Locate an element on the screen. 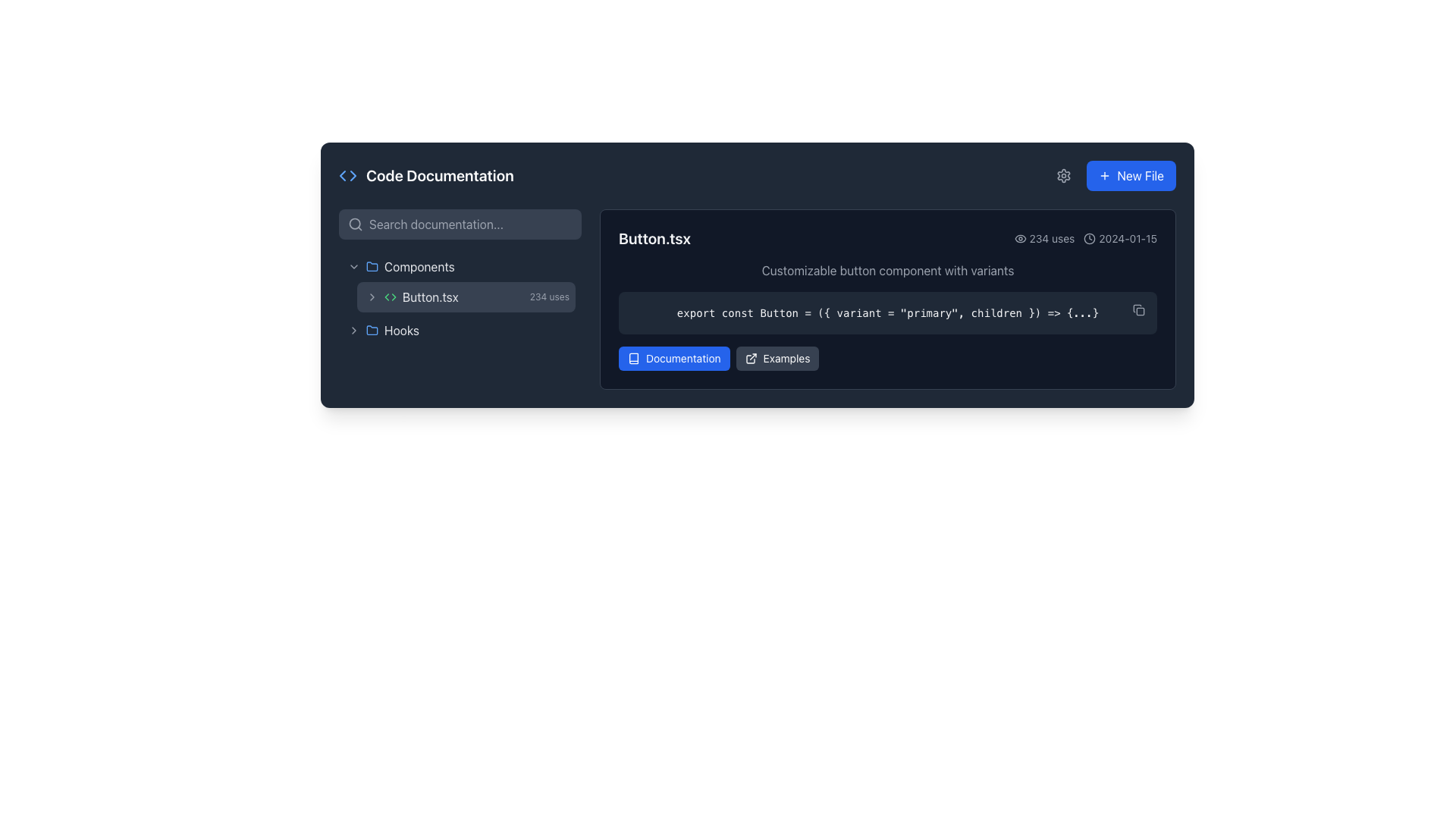 The width and height of the screenshot is (1456, 819). the external link icon located to the right side of the 'Examples' button is located at coordinates (751, 359).